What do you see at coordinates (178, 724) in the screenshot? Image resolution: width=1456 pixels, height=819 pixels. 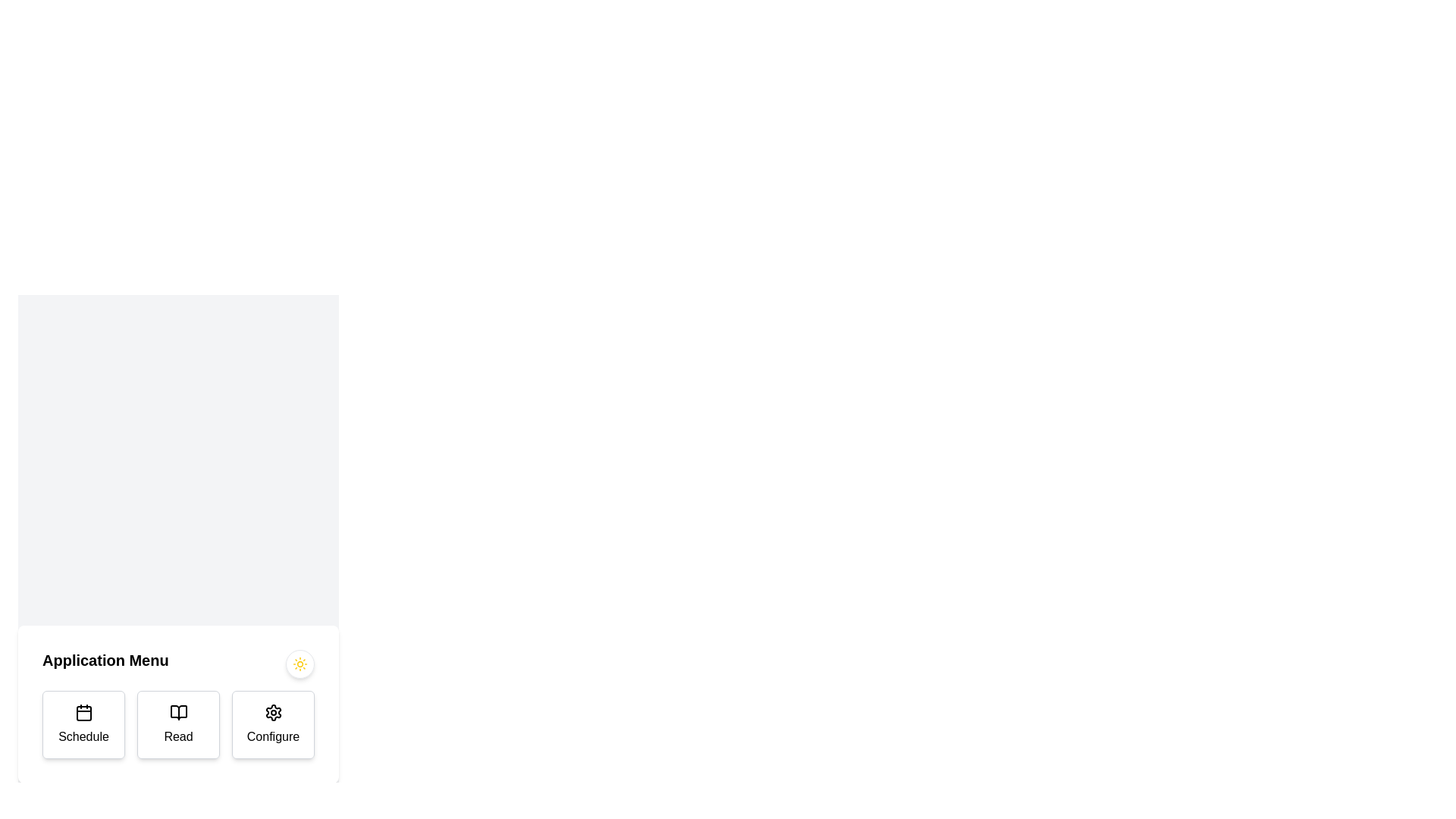 I see `the 'Read' button, which is a square button with an open book icon and the label 'Read', located between the 'Schedule' and 'Configure' buttons` at bounding box center [178, 724].